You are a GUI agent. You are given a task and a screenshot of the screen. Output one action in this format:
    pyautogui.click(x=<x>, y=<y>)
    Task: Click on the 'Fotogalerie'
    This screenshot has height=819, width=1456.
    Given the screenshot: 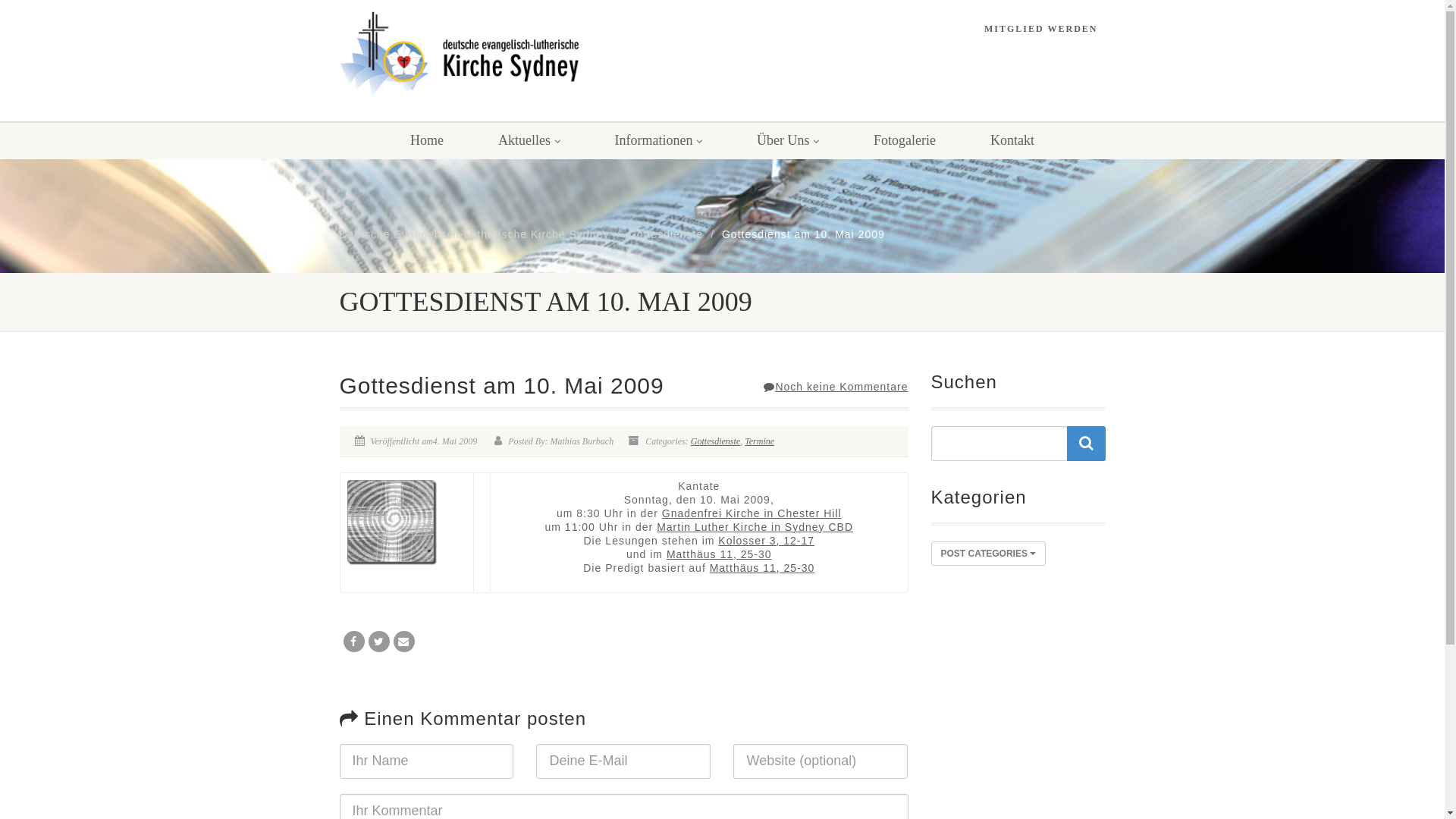 What is the action you would take?
    pyautogui.click(x=905, y=140)
    